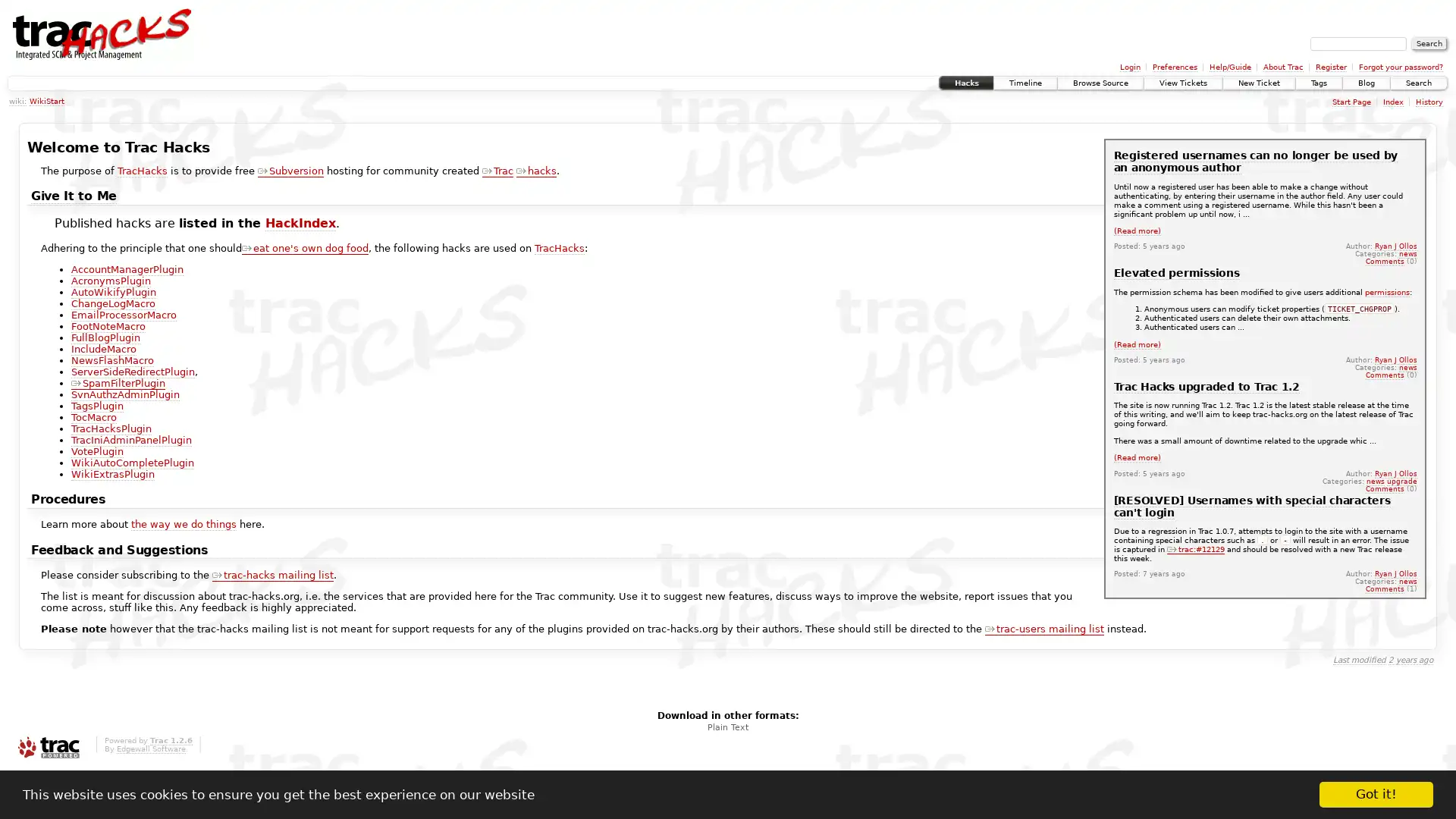 Image resolution: width=1456 pixels, height=819 pixels. What do you see at coordinates (1429, 42) in the screenshot?
I see `Search` at bounding box center [1429, 42].